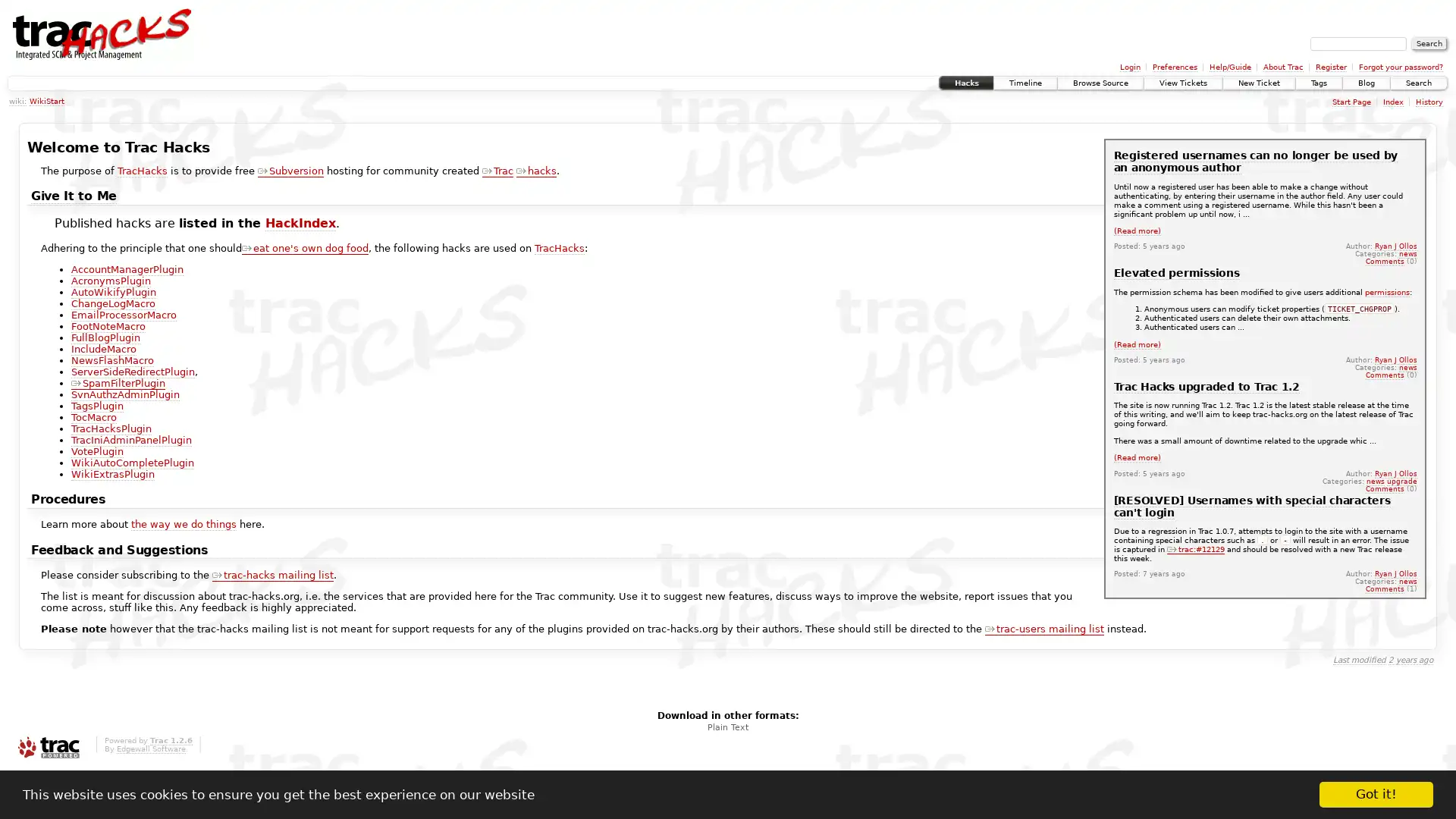 Image resolution: width=1456 pixels, height=819 pixels. What do you see at coordinates (1429, 42) in the screenshot?
I see `Search` at bounding box center [1429, 42].